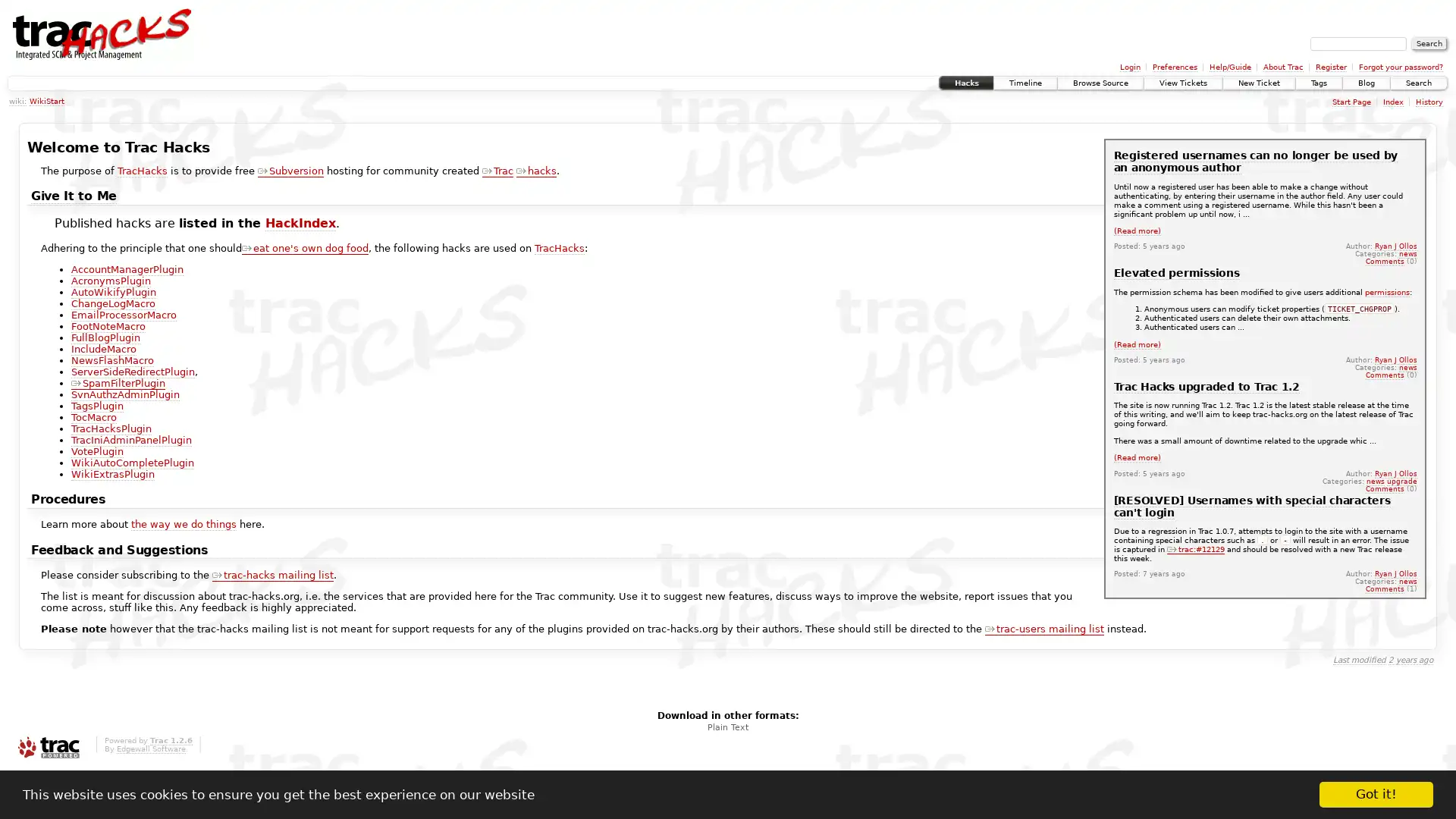 Image resolution: width=1456 pixels, height=819 pixels. What do you see at coordinates (1429, 42) in the screenshot?
I see `Search` at bounding box center [1429, 42].